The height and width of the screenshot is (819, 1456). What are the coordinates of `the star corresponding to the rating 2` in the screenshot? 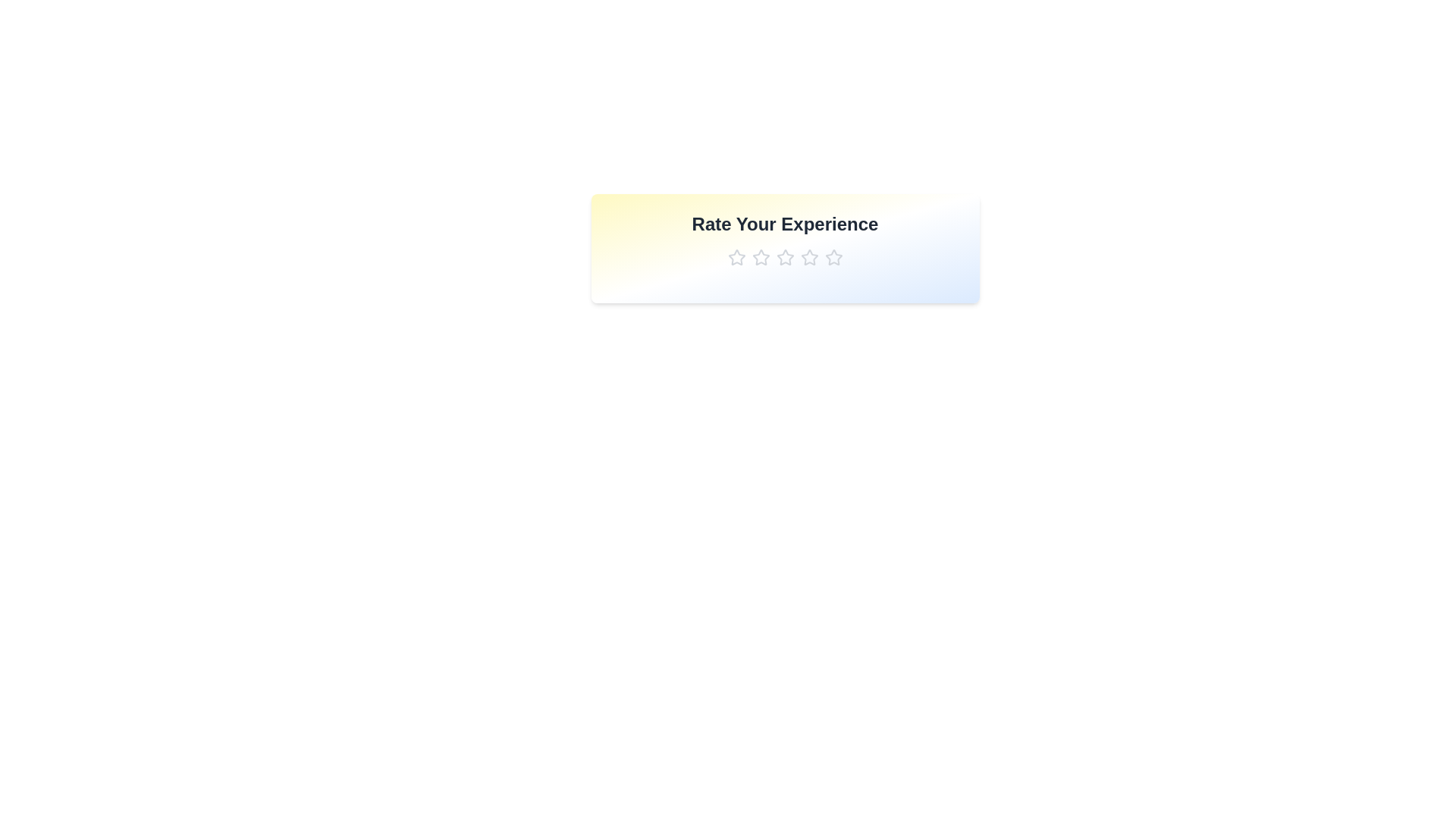 It's located at (761, 256).